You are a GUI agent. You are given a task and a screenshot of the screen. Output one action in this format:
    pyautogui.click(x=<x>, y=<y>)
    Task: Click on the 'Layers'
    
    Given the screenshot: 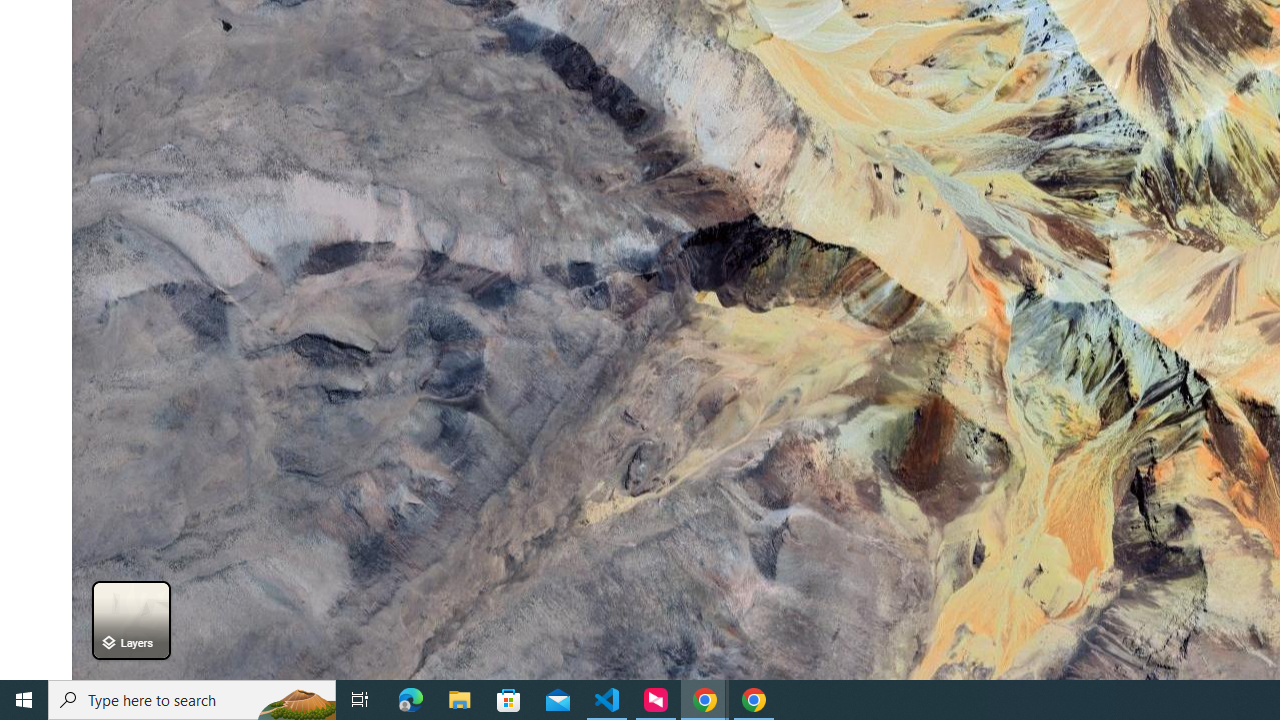 What is the action you would take?
    pyautogui.click(x=130, y=619)
    